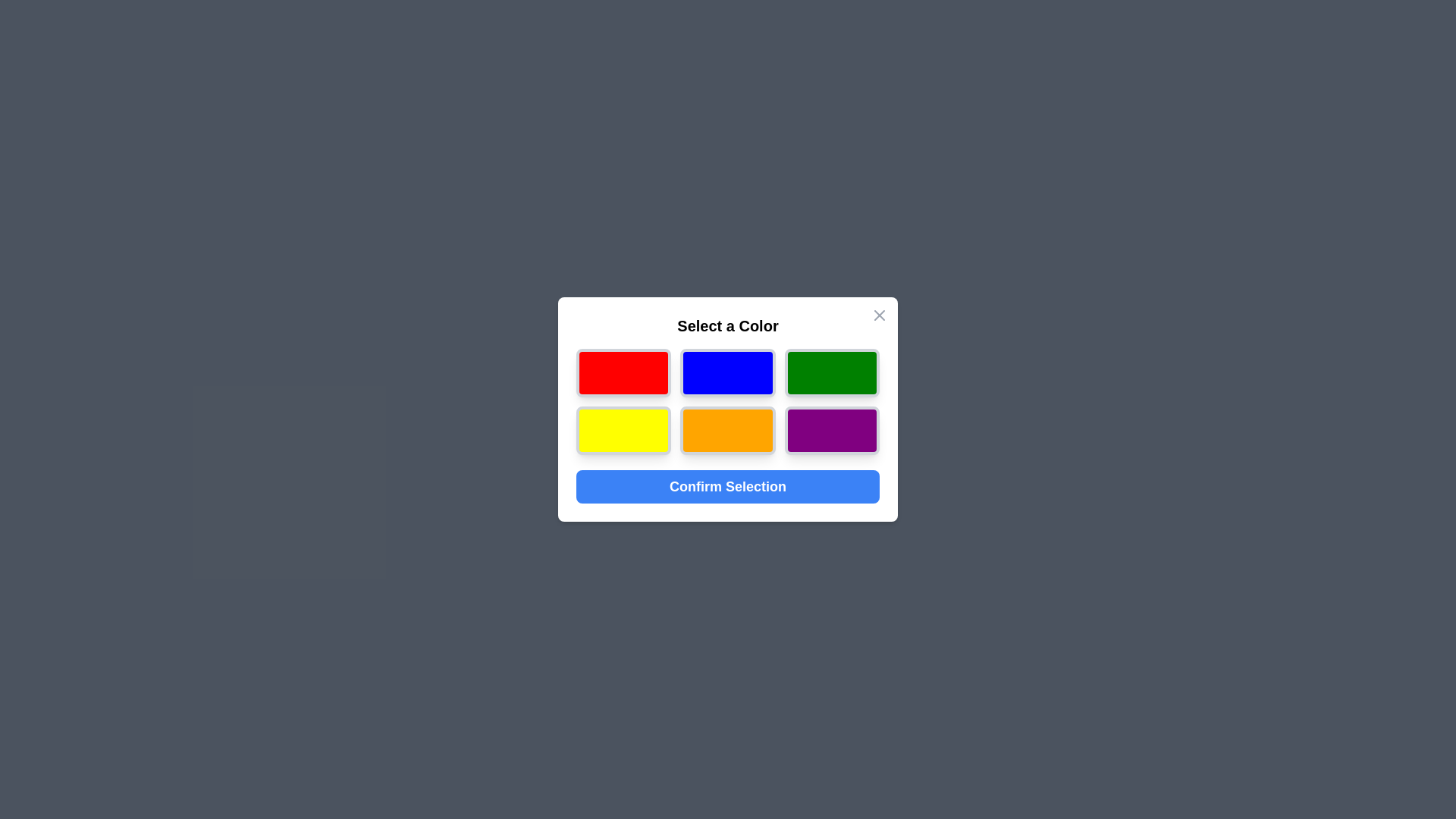 Image resolution: width=1456 pixels, height=819 pixels. What do you see at coordinates (728, 373) in the screenshot?
I see `the color blue from the palette` at bounding box center [728, 373].